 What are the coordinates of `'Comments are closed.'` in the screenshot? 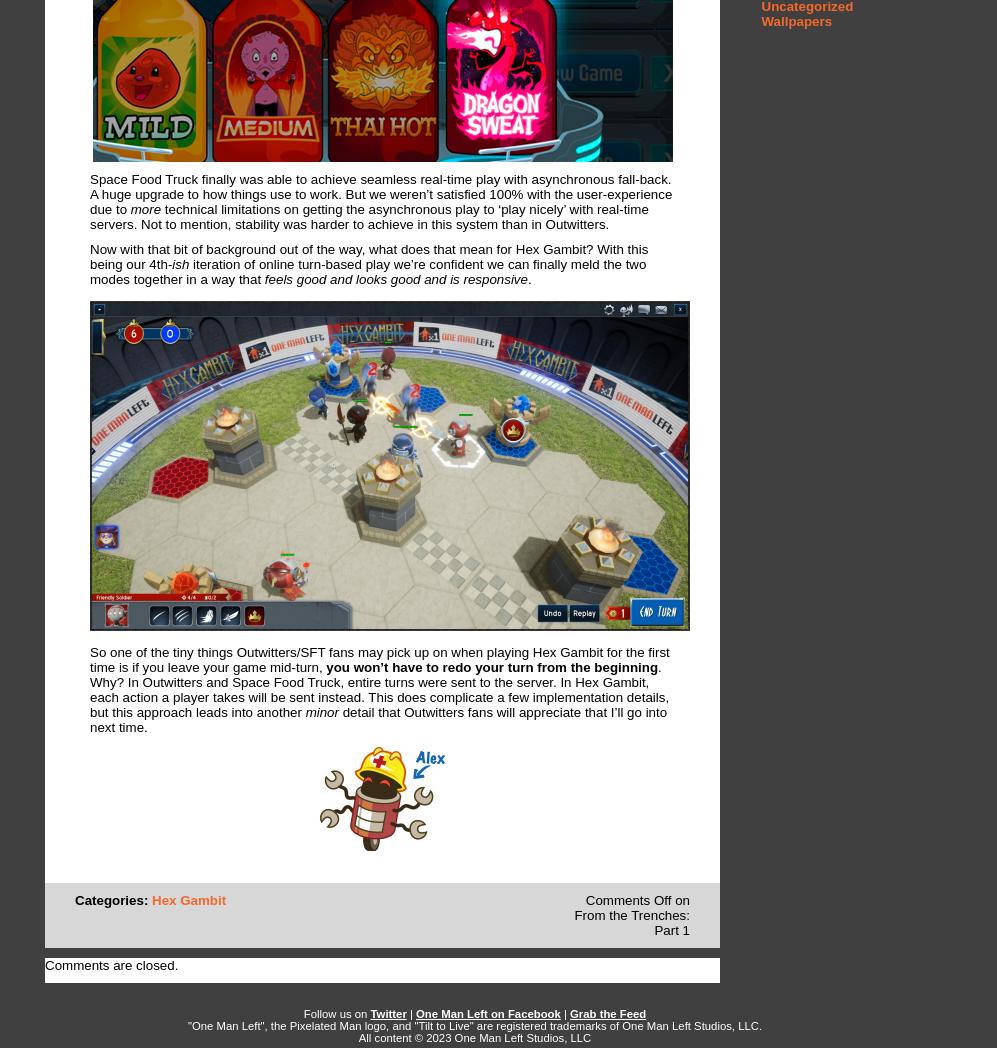 It's located at (111, 964).